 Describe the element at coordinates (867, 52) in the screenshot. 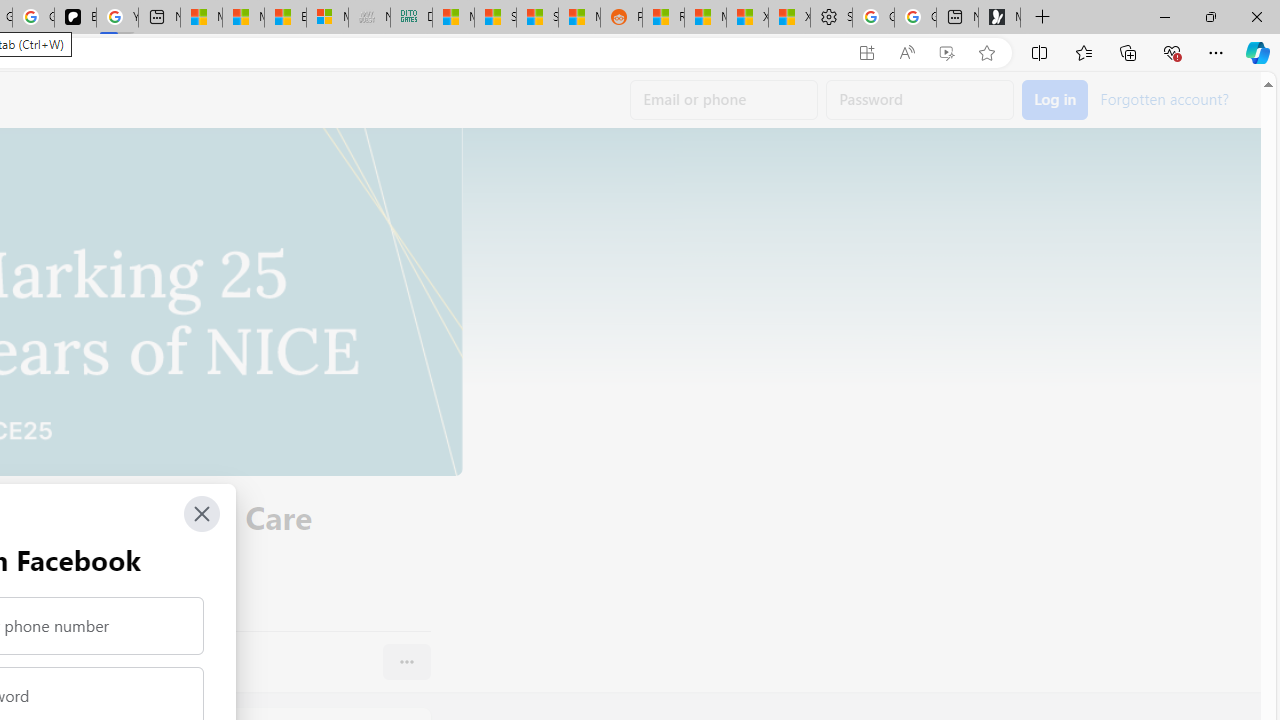

I see `'App available. Install Facebook'` at that location.